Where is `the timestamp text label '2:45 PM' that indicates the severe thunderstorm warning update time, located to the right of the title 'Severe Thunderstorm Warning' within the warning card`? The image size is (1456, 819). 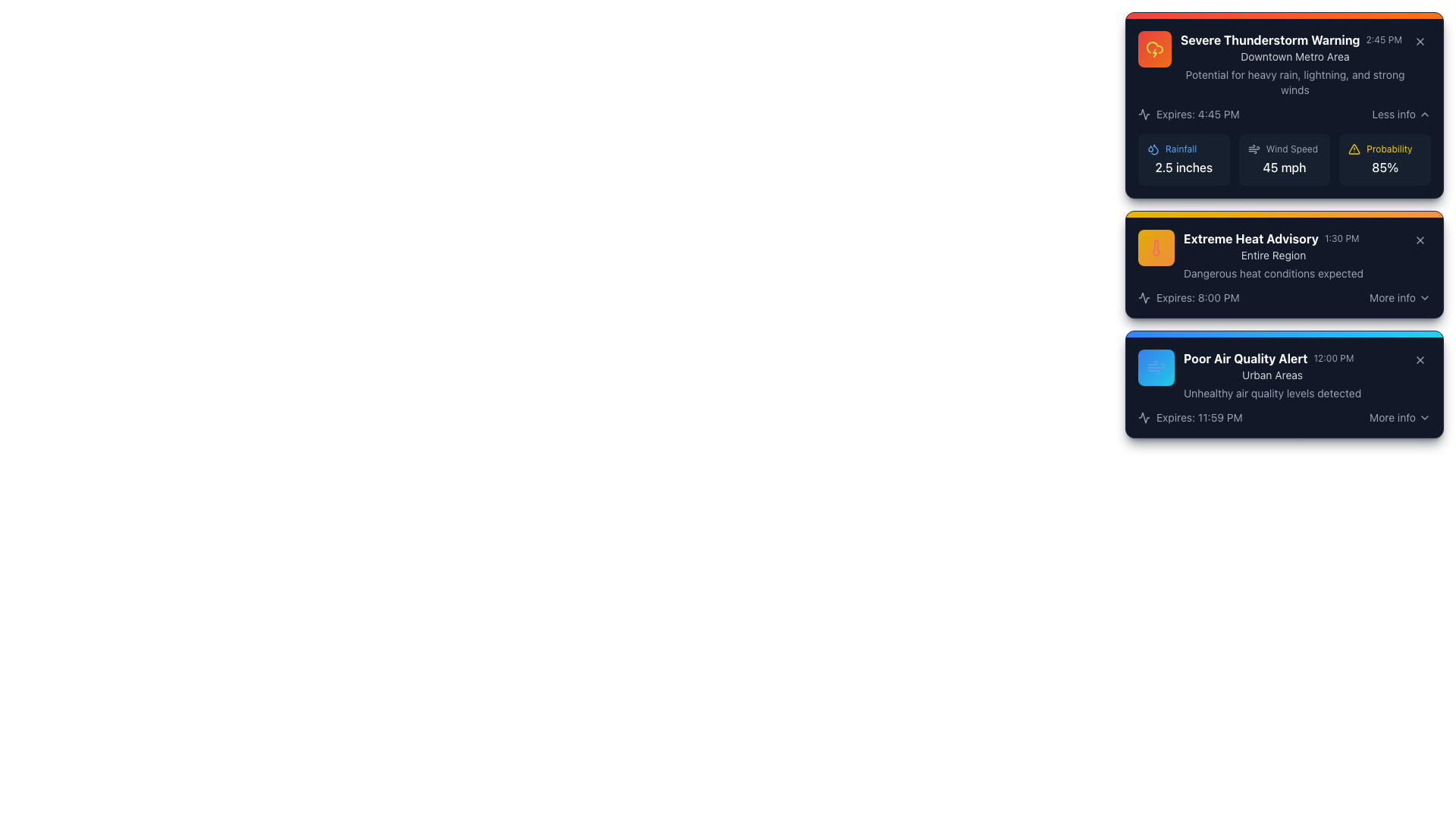 the timestamp text label '2:45 PM' that indicates the severe thunderstorm warning update time, located to the right of the title 'Severe Thunderstorm Warning' within the warning card is located at coordinates (1384, 39).